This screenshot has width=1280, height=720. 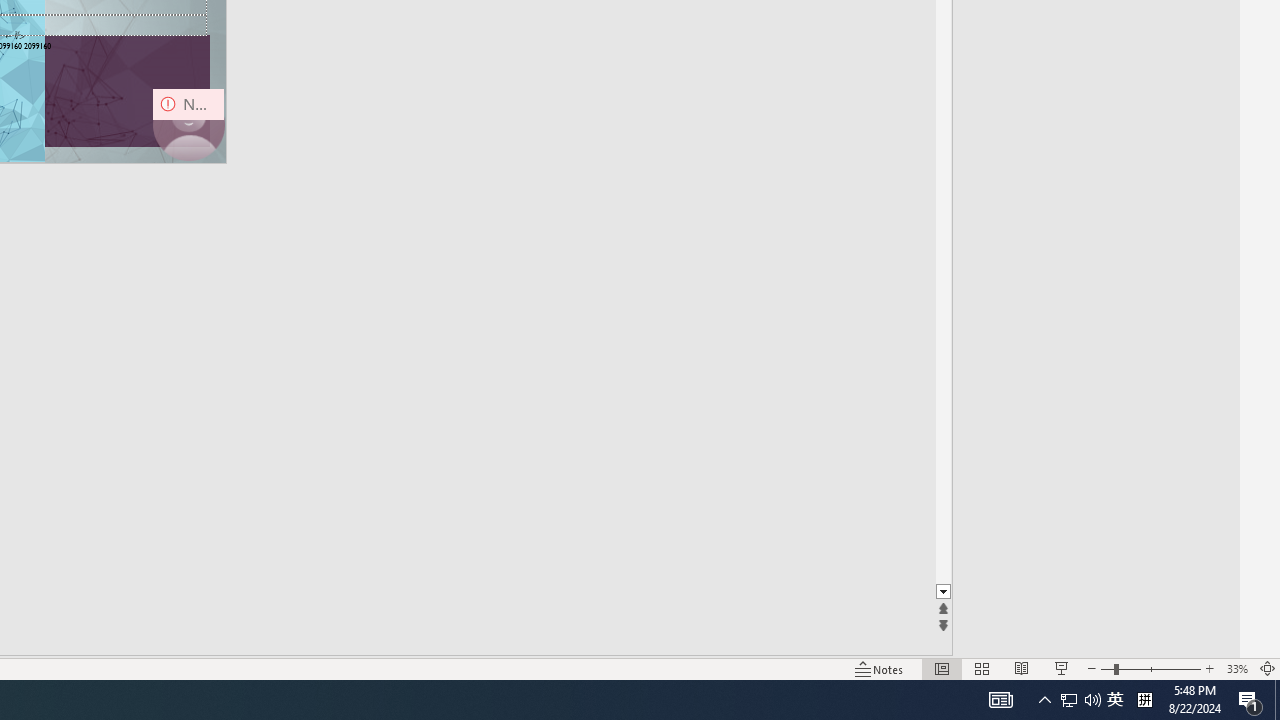 What do you see at coordinates (1060, 669) in the screenshot?
I see `'Slide Show'` at bounding box center [1060, 669].